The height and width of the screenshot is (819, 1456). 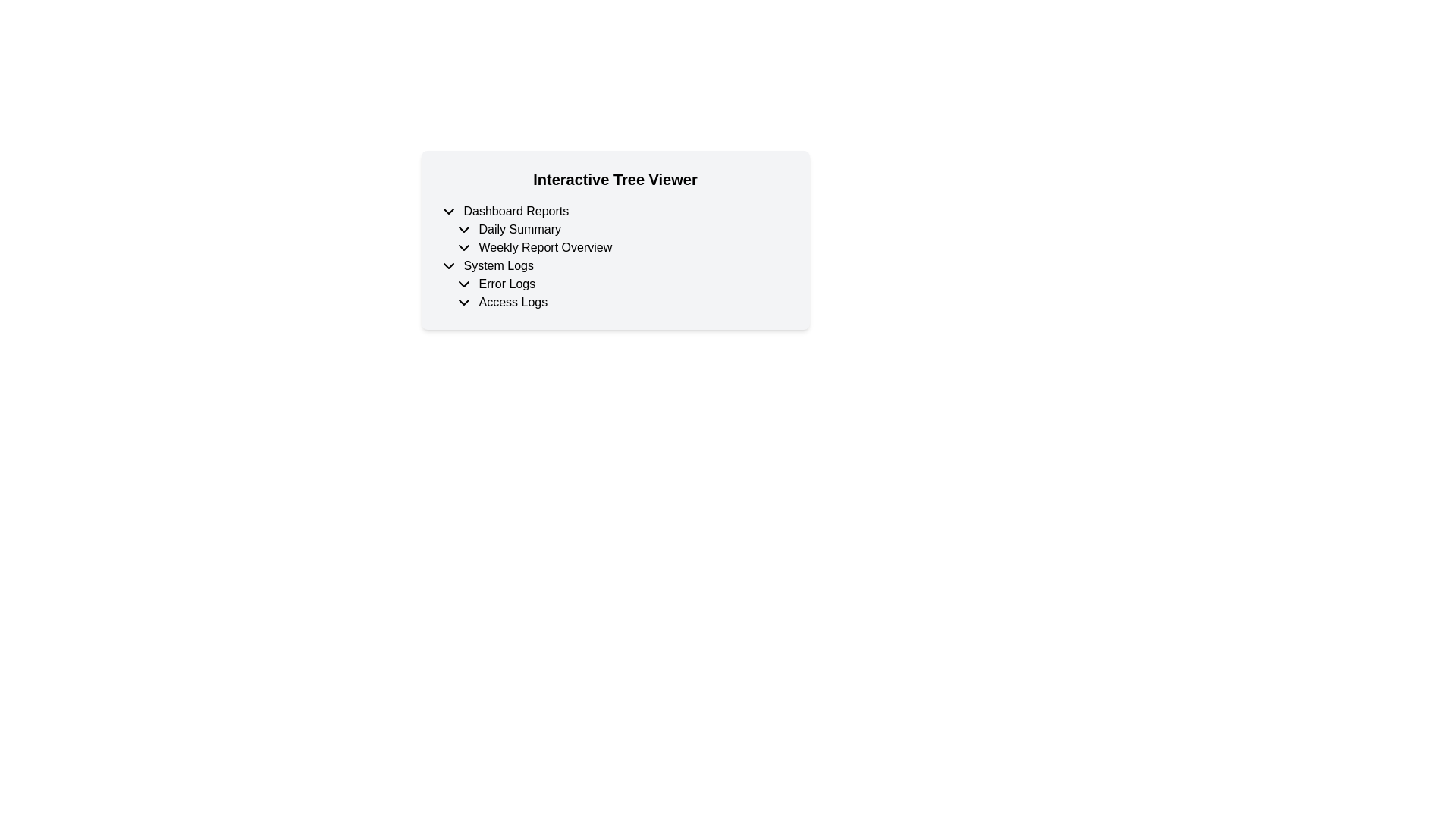 I want to click on the downward-pointing chevron icon located to the left of the 'System Logs' text, so click(x=447, y=265).